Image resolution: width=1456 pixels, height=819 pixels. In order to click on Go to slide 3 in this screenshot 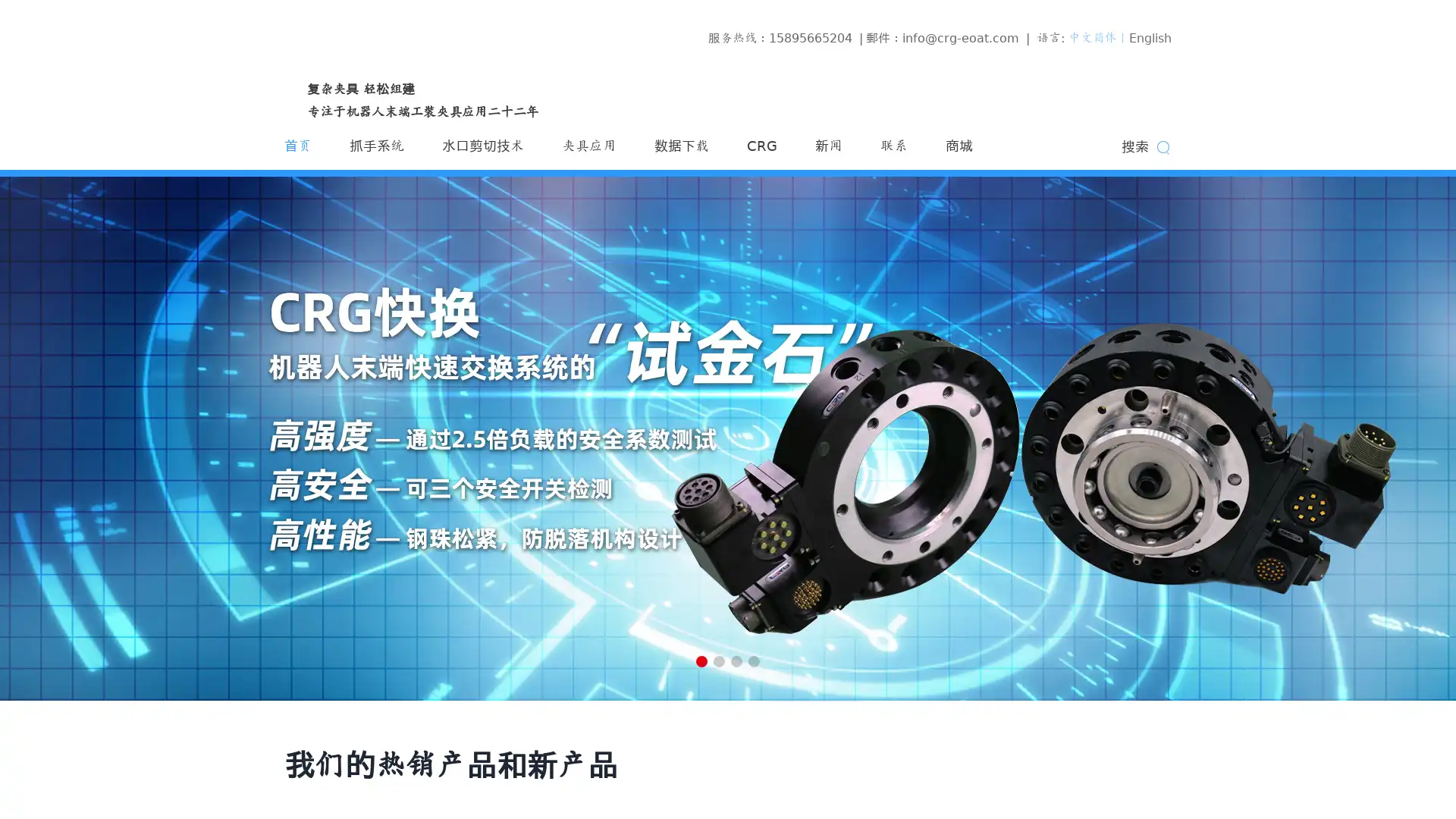, I will do `click(736, 661)`.